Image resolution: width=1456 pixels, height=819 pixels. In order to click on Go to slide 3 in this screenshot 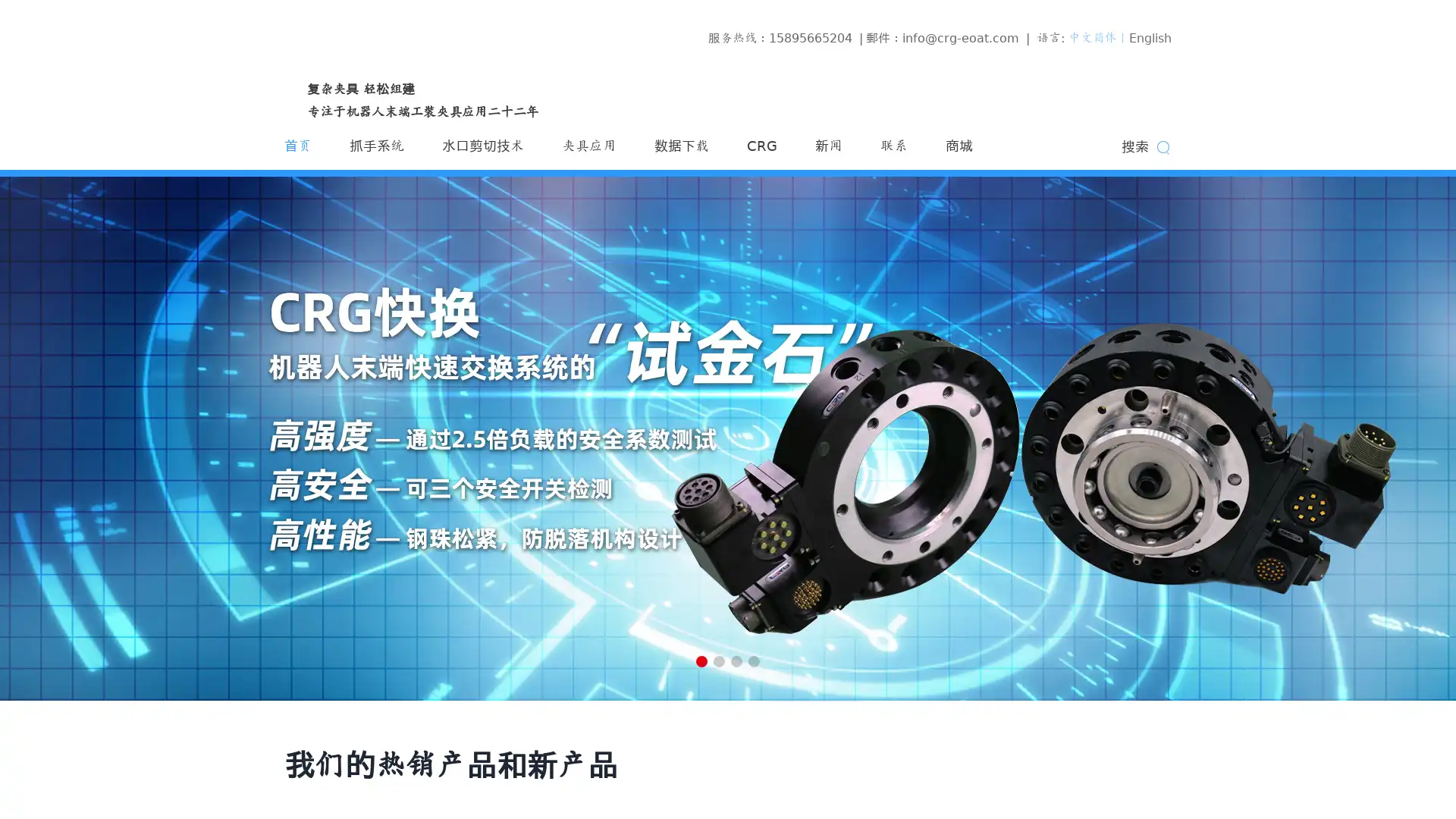, I will do `click(736, 661)`.